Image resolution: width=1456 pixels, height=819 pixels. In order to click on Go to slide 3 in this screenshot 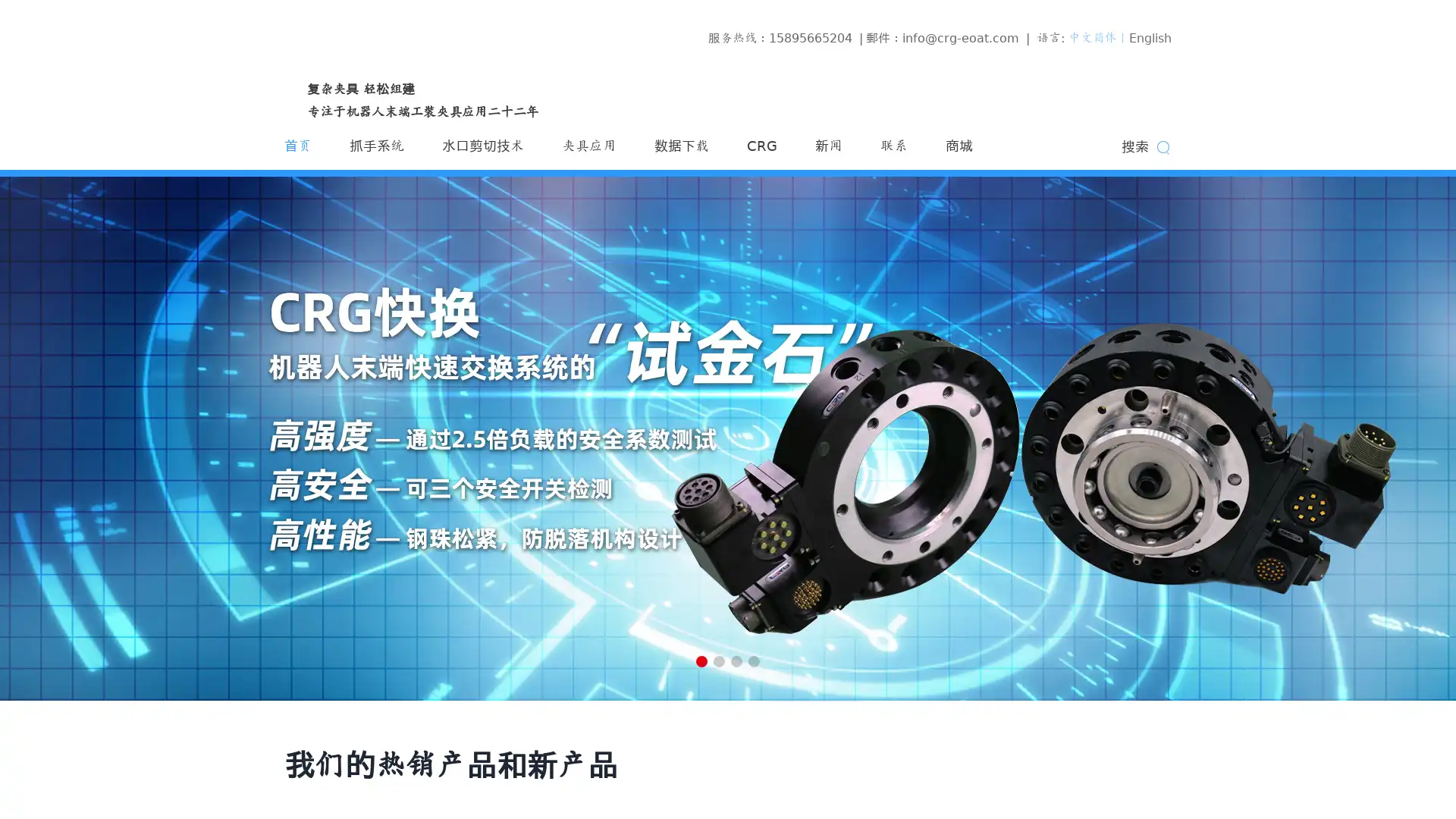, I will do `click(736, 661)`.